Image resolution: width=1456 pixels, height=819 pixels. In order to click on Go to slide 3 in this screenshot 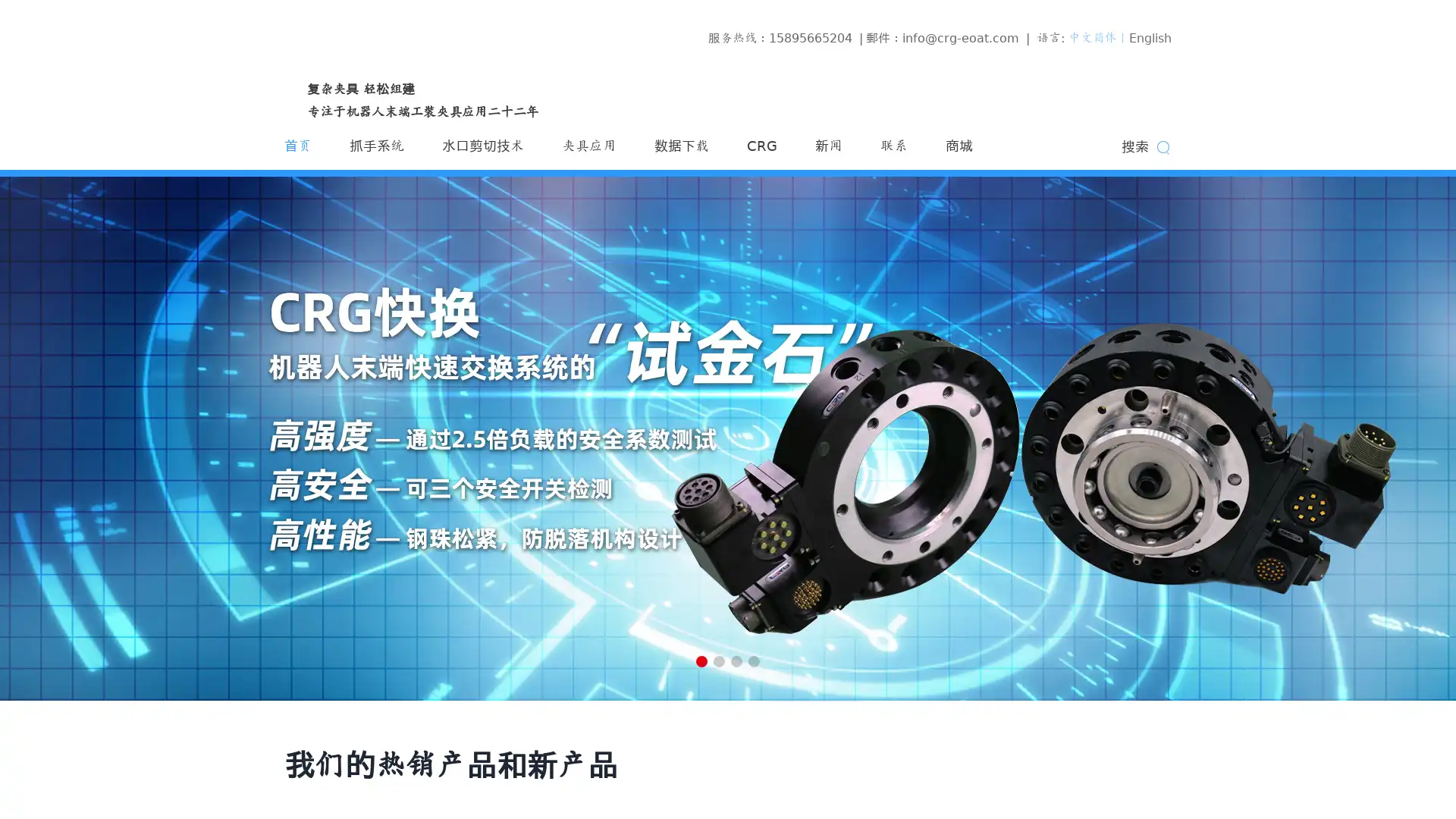, I will do `click(736, 661)`.